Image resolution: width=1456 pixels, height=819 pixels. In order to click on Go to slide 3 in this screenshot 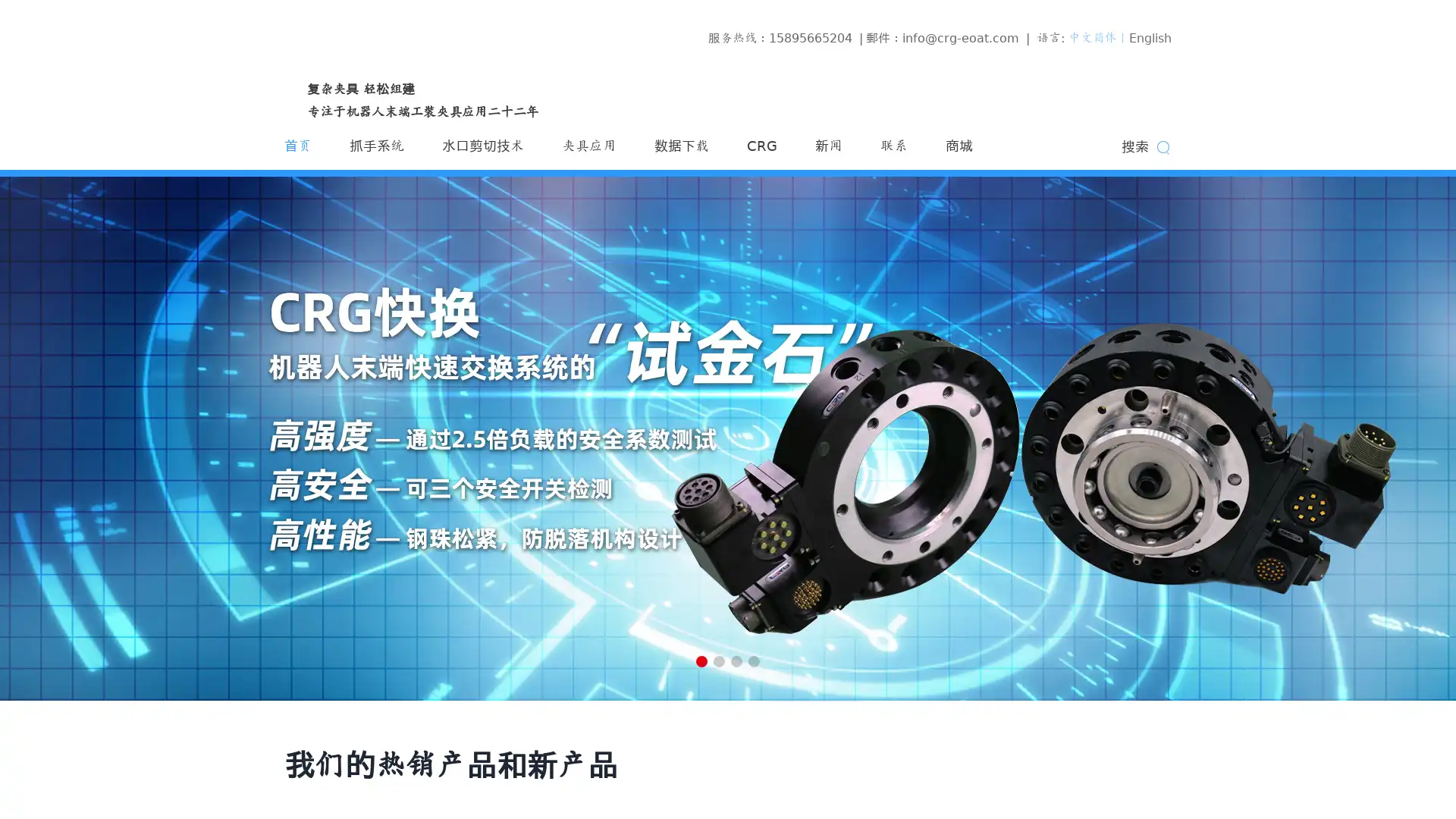, I will do `click(736, 661)`.